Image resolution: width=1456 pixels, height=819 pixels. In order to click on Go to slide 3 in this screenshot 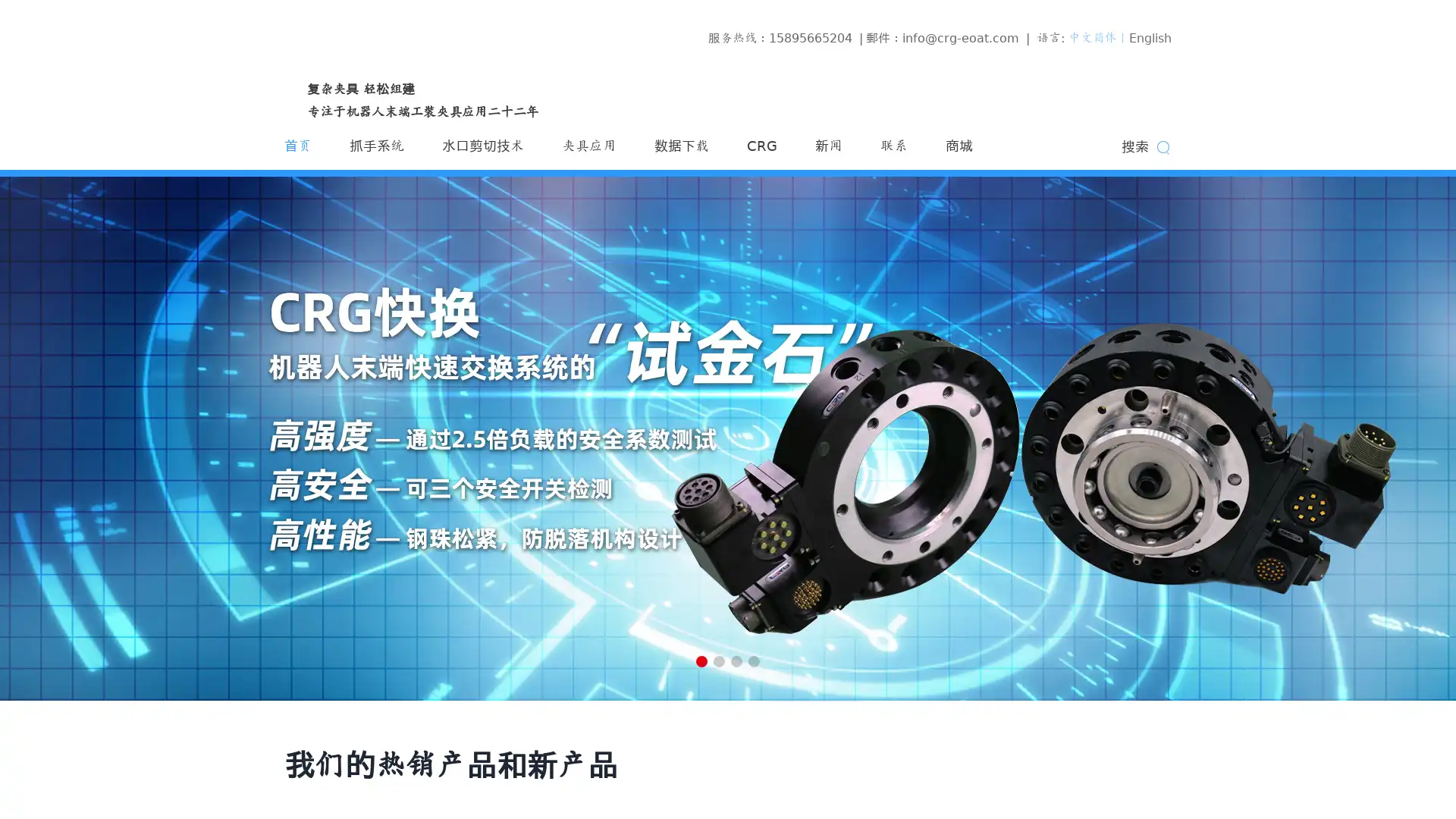, I will do `click(736, 661)`.